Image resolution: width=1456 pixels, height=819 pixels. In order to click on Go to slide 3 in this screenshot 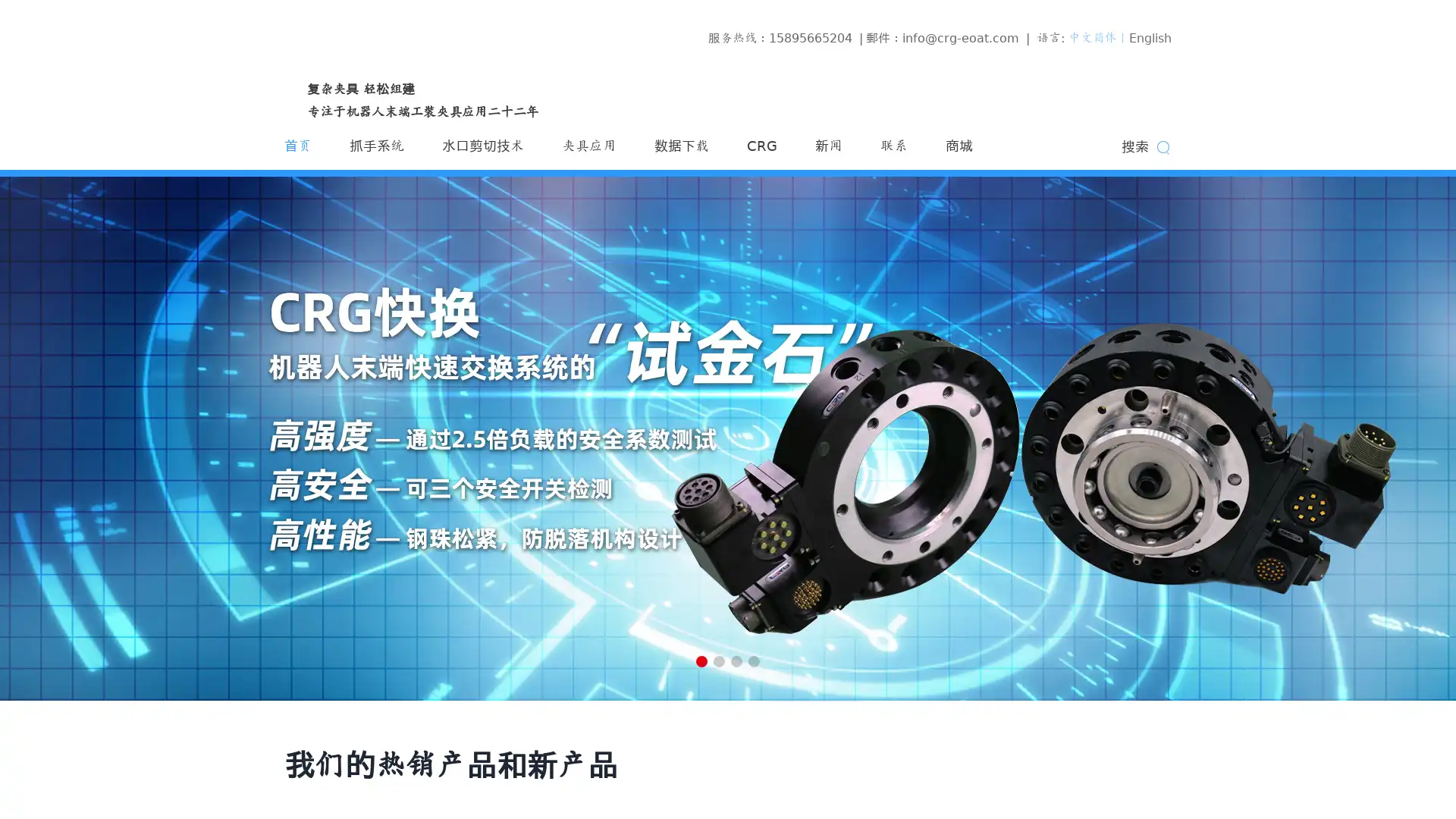, I will do `click(736, 661)`.